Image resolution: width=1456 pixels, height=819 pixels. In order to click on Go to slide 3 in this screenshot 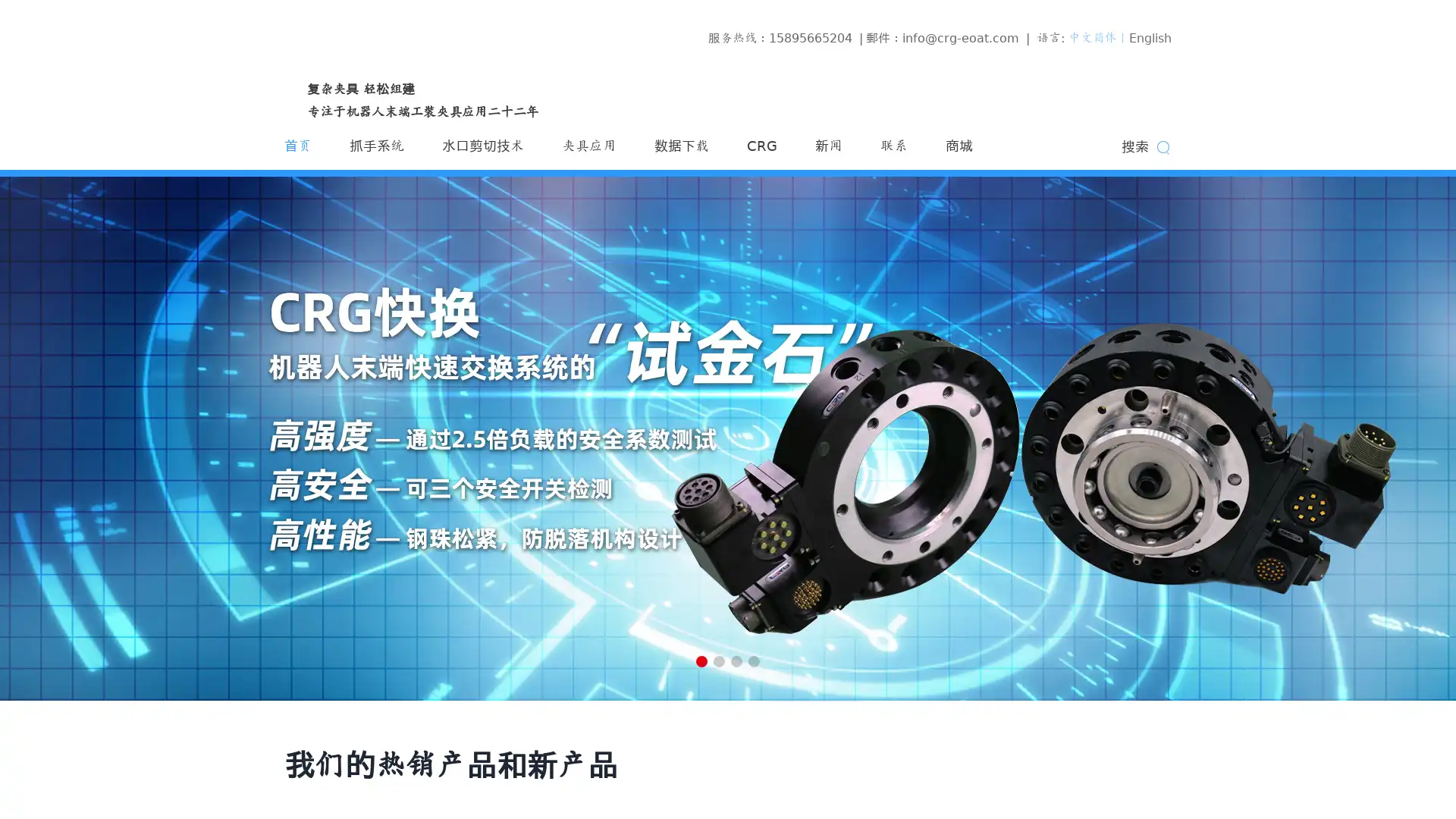, I will do `click(736, 661)`.